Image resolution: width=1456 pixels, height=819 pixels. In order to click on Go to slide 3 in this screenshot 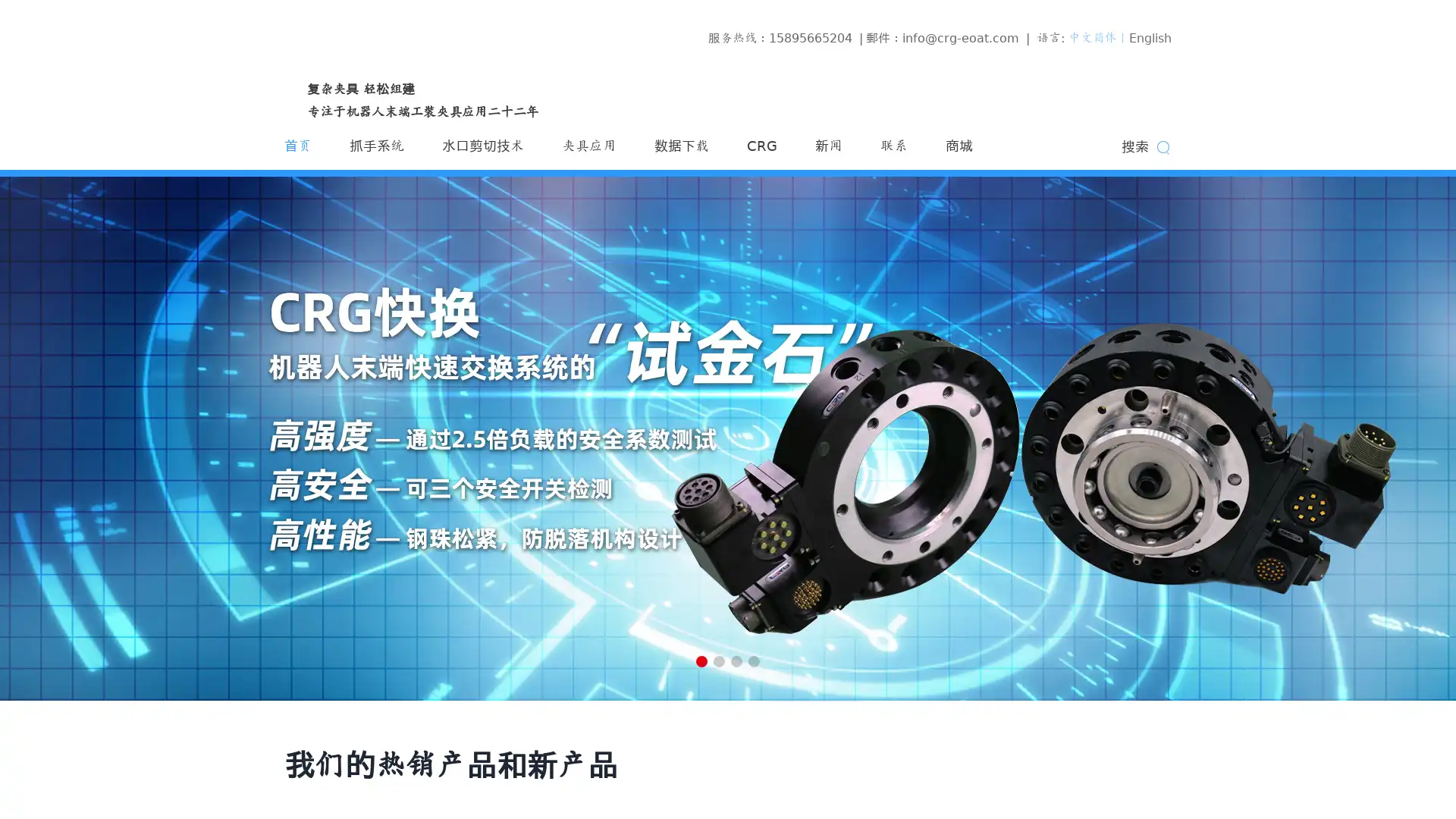, I will do `click(736, 661)`.